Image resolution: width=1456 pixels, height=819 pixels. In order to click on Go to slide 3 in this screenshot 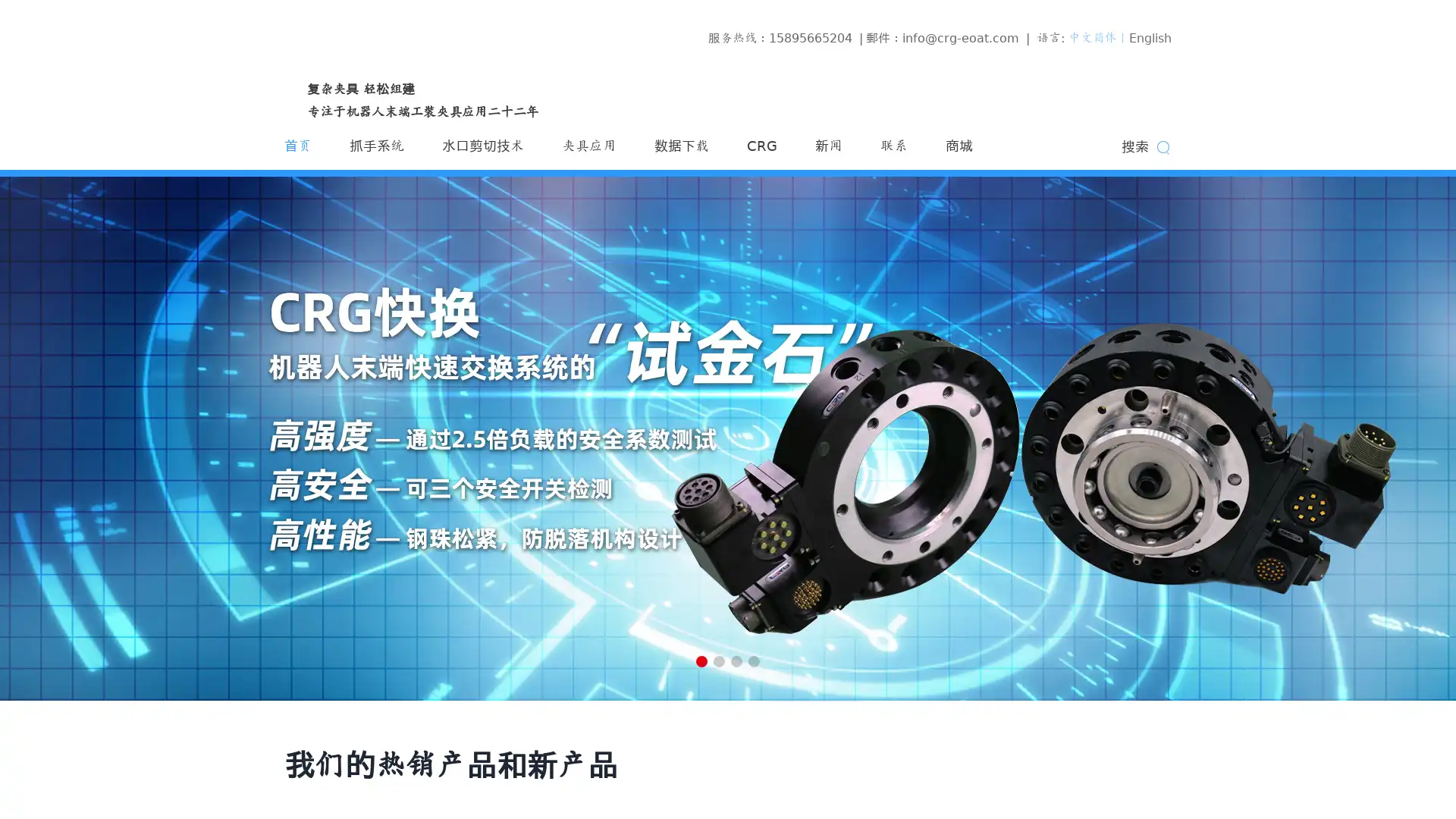, I will do `click(736, 661)`.